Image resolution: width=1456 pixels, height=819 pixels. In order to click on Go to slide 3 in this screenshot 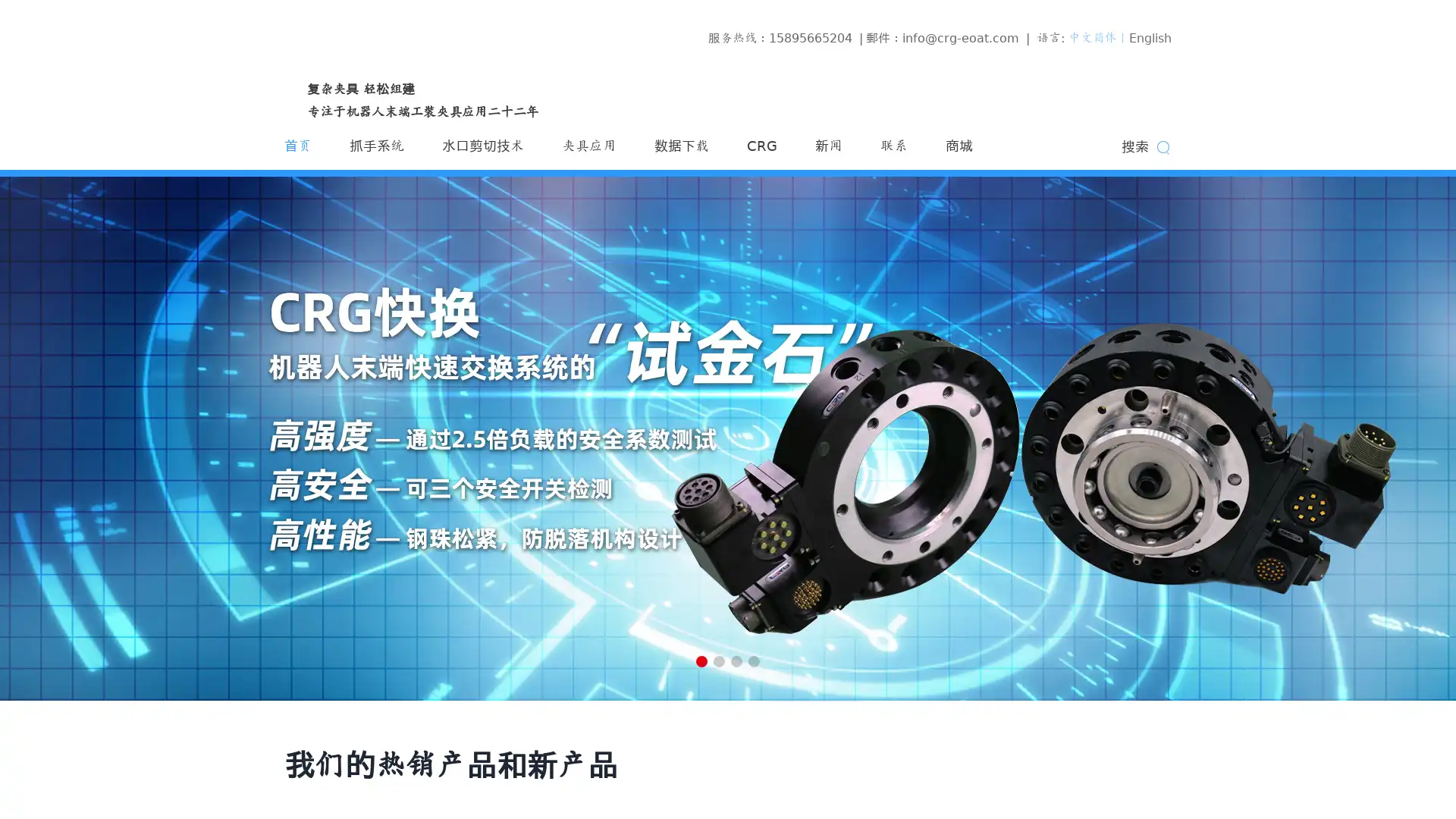, I will do `click(736, 661)`.